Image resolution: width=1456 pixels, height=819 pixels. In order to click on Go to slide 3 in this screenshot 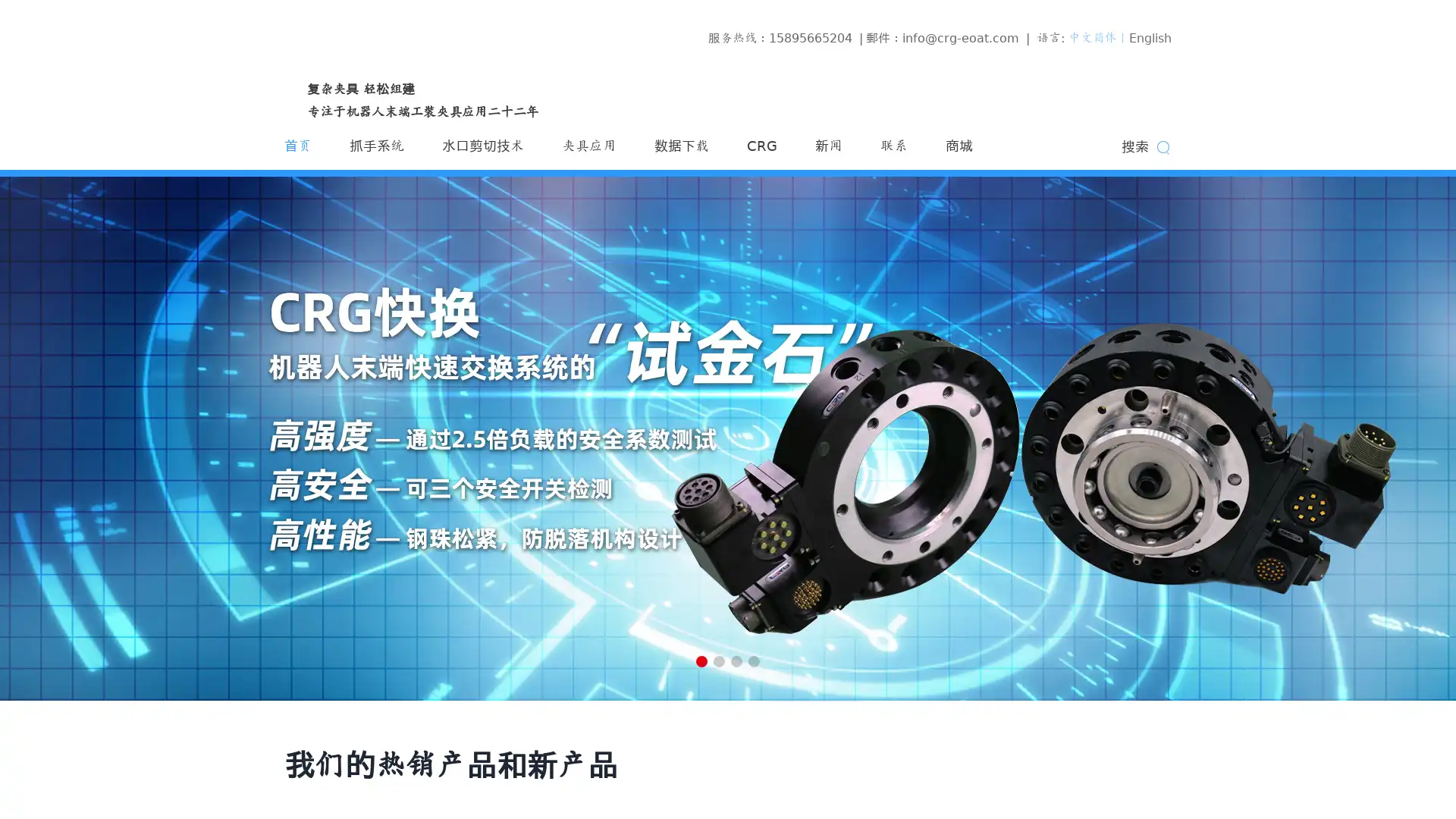, I will do `click(736, 661)`.